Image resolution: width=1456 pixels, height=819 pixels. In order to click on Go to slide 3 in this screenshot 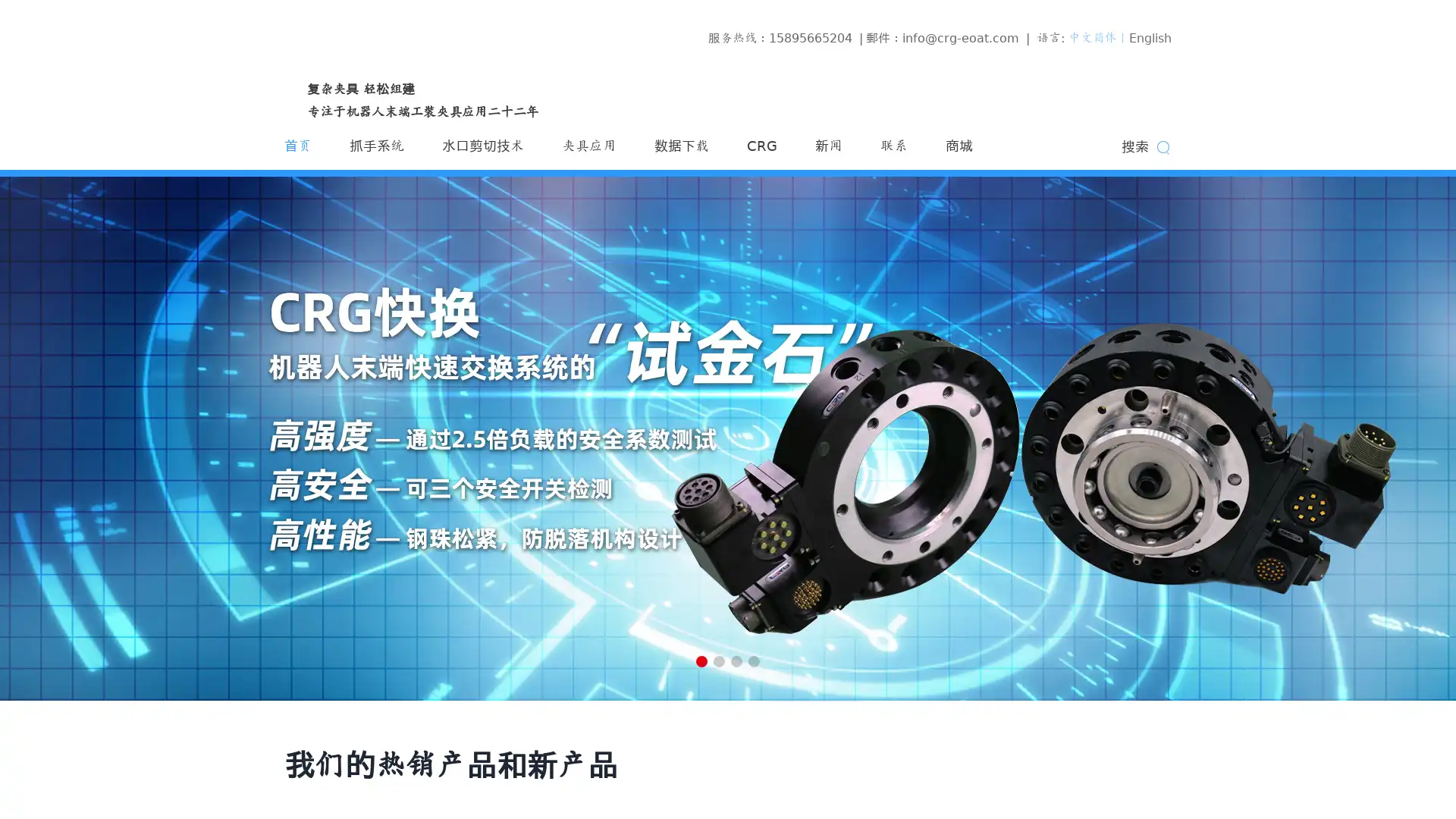, I will do `click(736, 661)`.